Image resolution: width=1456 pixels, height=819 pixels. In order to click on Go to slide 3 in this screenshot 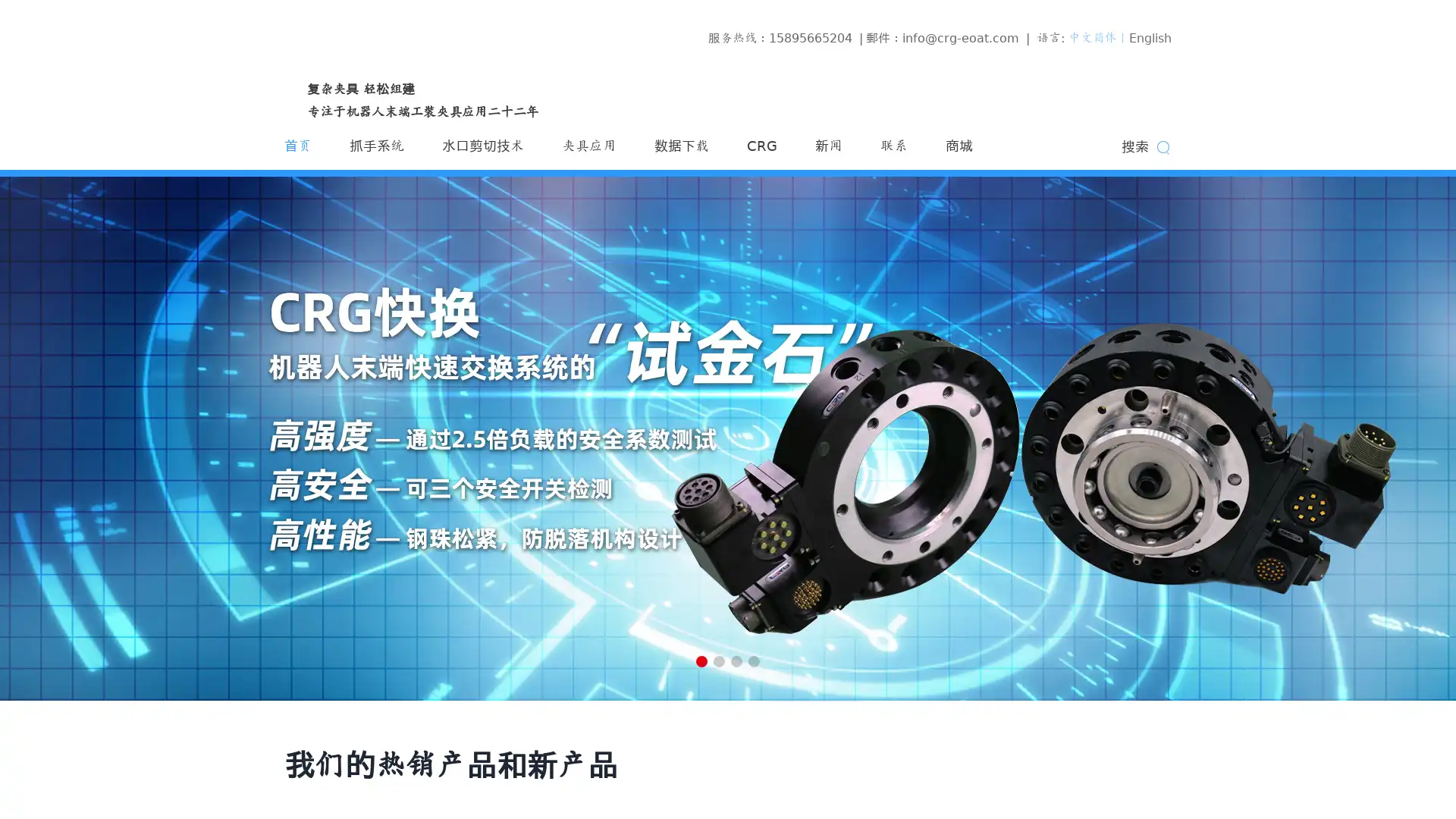, I will do `click(736, 661)`.